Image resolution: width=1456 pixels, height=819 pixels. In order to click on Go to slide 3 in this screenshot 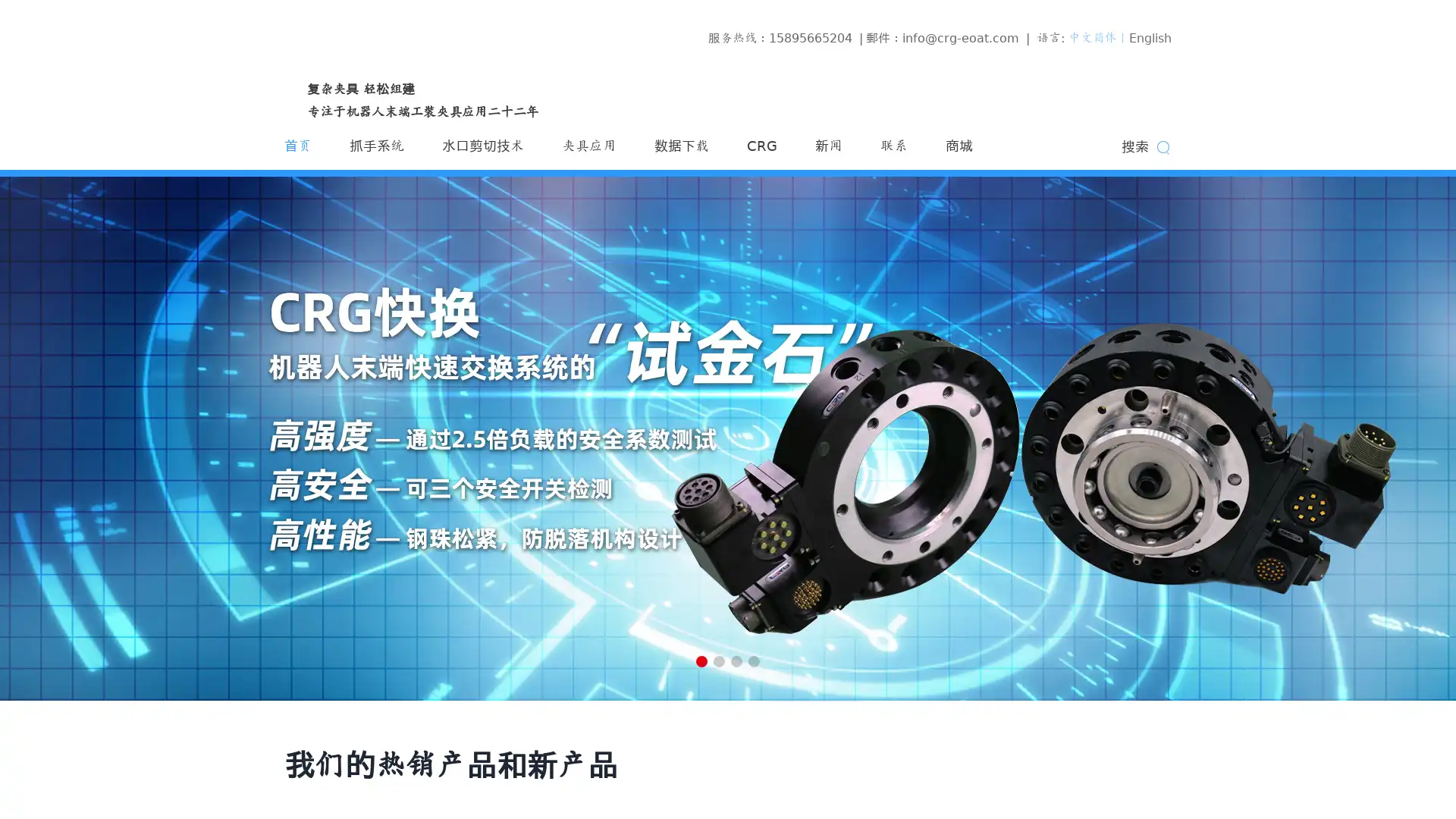, I will do `click(736, 661)`.